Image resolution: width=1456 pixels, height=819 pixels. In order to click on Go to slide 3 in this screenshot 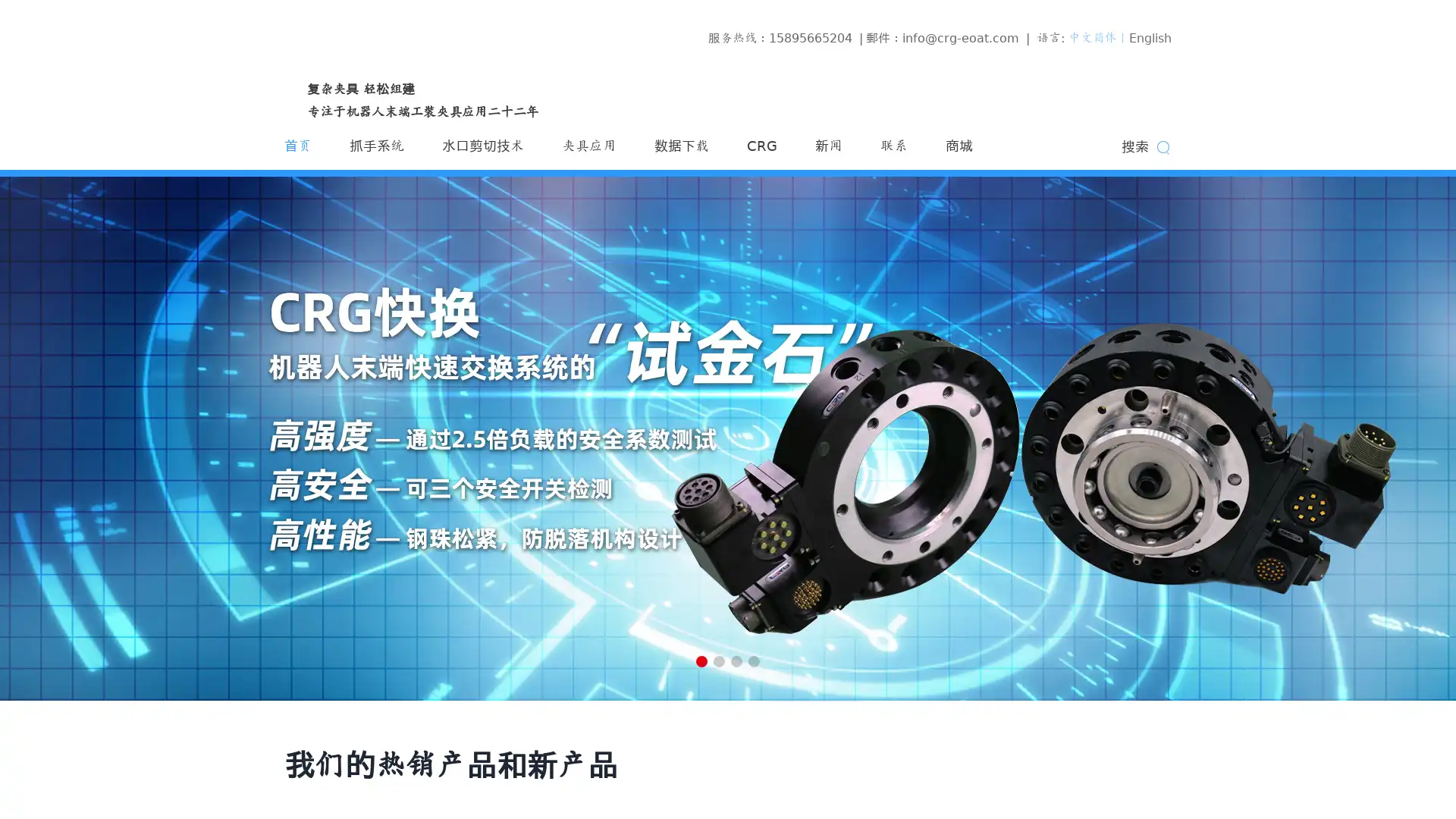, I will do `click(736, 661)`.